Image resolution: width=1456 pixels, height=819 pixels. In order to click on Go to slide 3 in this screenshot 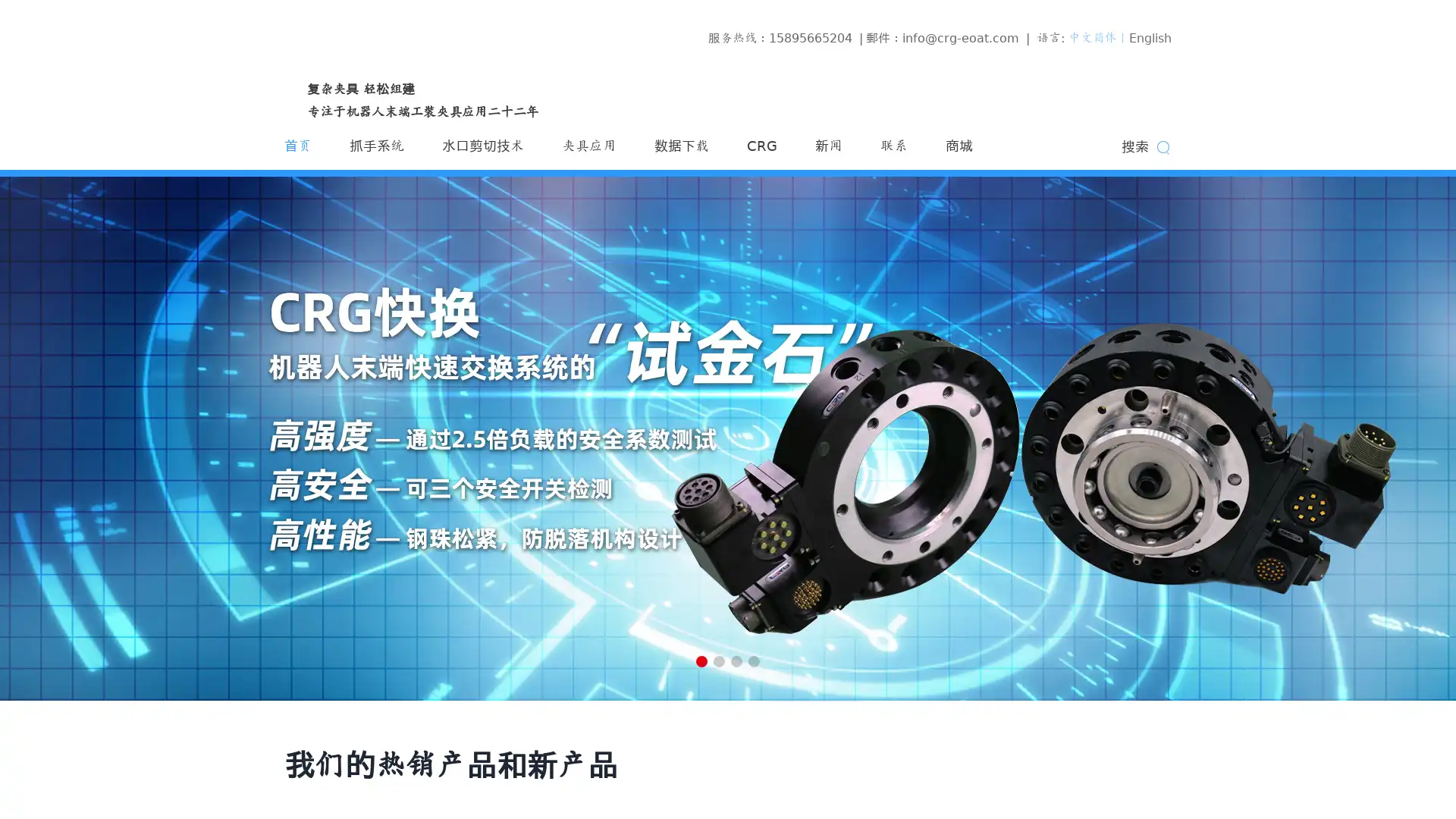, I will do `click(736, 661)`.